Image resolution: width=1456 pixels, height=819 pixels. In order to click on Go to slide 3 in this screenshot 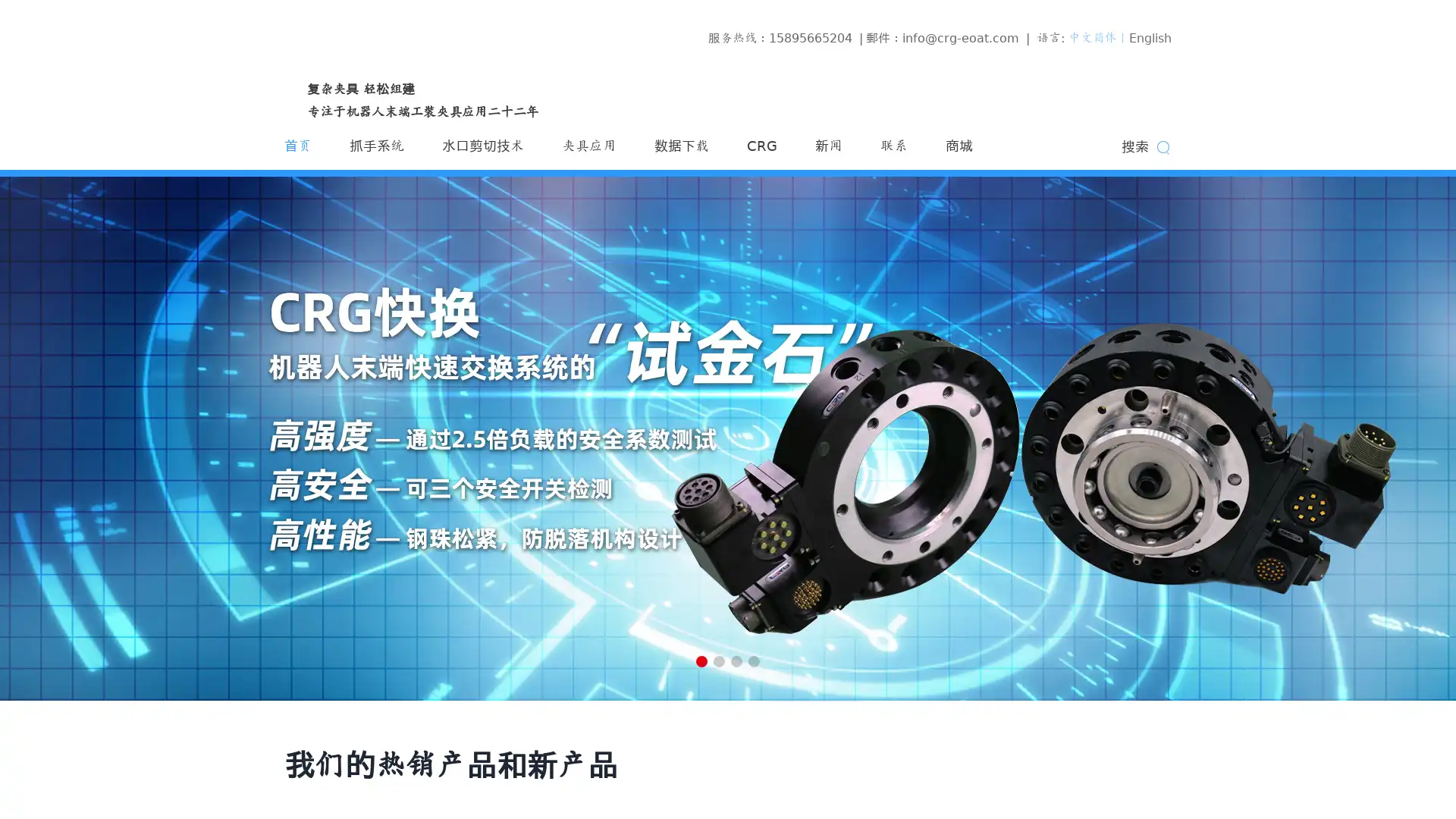, I will do `click(736, 661)`.